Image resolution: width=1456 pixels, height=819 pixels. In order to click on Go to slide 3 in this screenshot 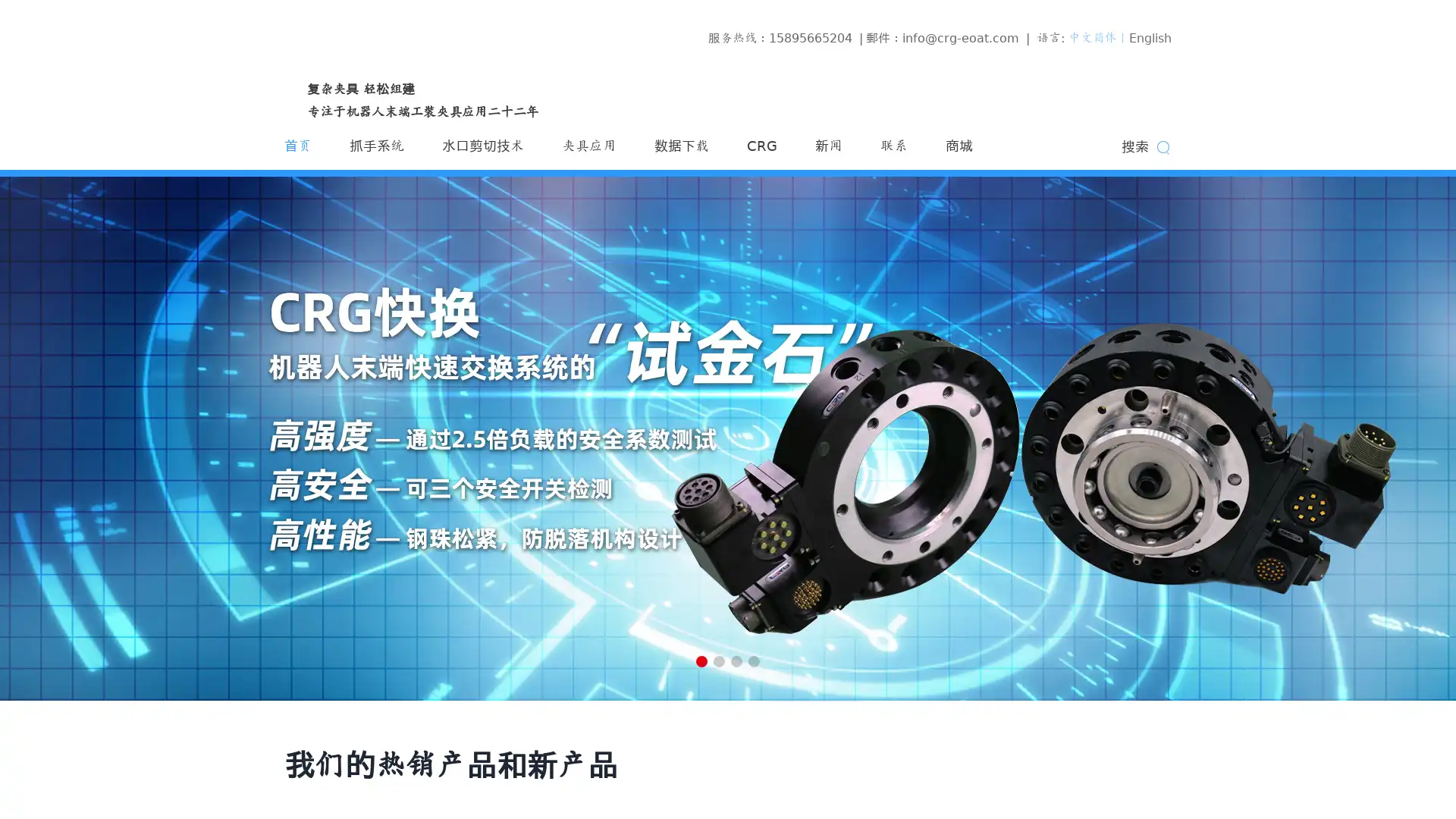, I will do `click(736, 661)`.